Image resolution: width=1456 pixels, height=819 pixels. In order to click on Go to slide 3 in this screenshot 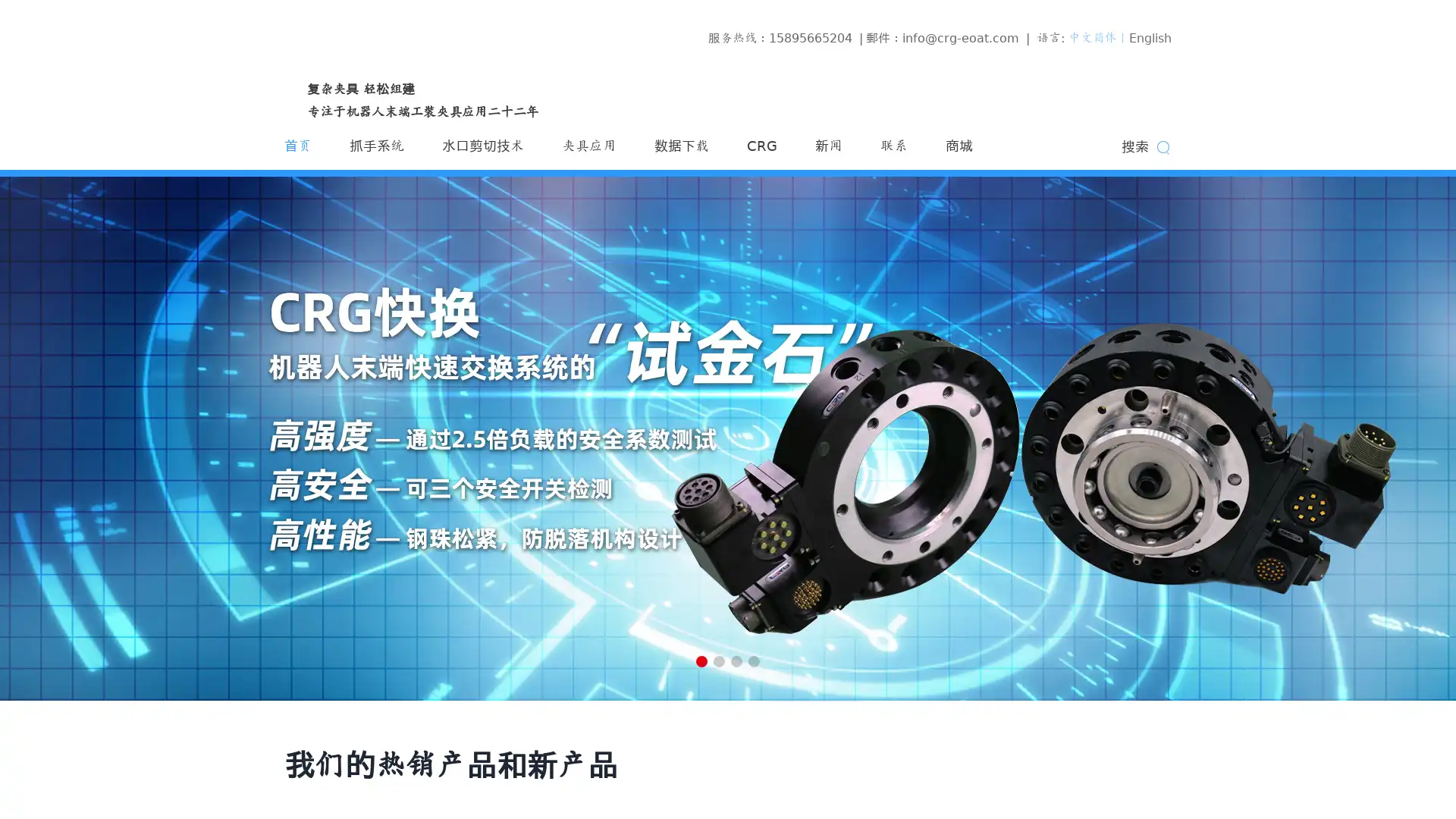, I will do `click(736, 661)`.